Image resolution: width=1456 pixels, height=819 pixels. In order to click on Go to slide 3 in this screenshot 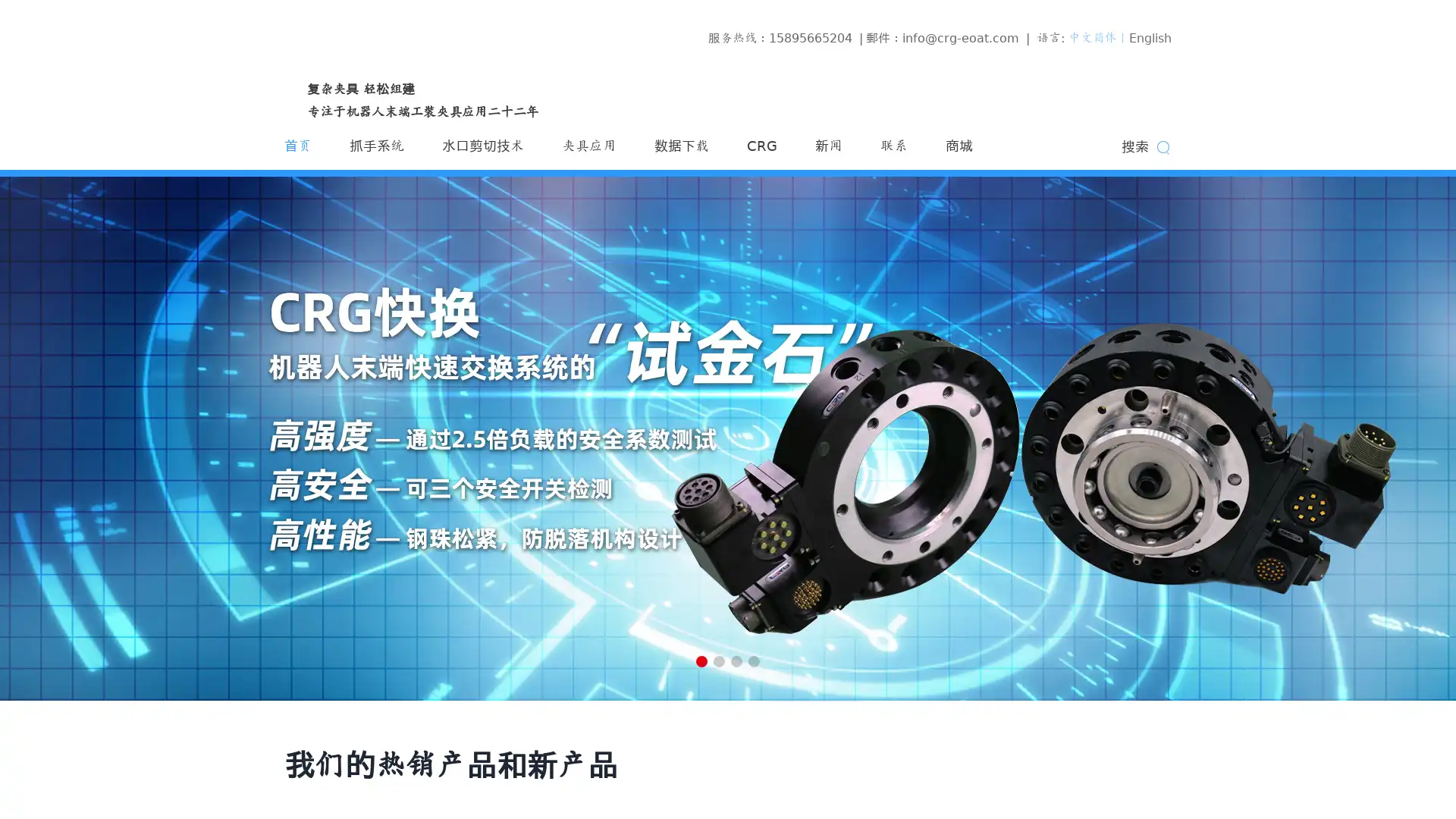, I will do `click(736, 661)`.